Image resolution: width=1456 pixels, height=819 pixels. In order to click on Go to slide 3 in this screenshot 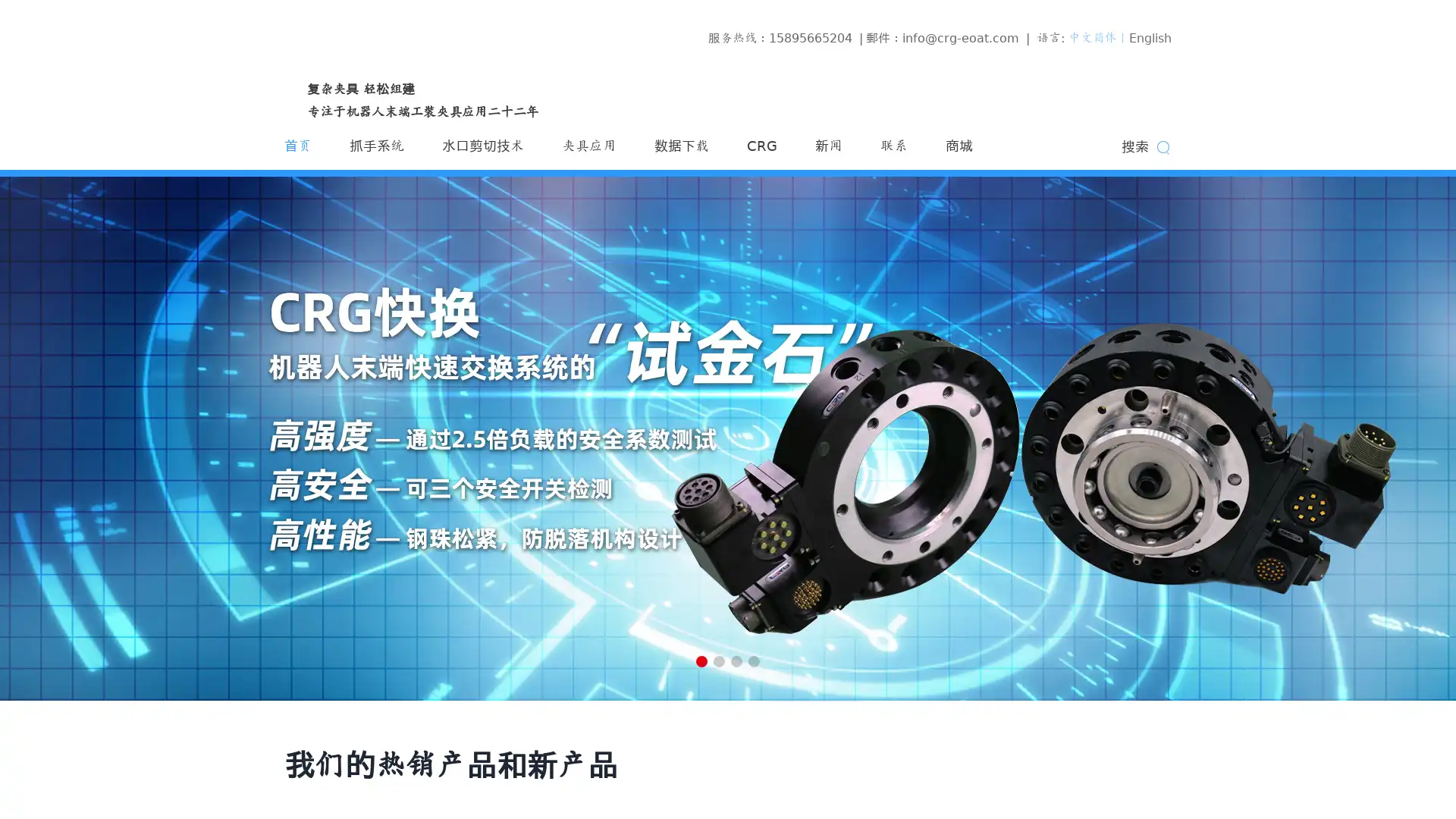, I will do `click(736, 661)`.